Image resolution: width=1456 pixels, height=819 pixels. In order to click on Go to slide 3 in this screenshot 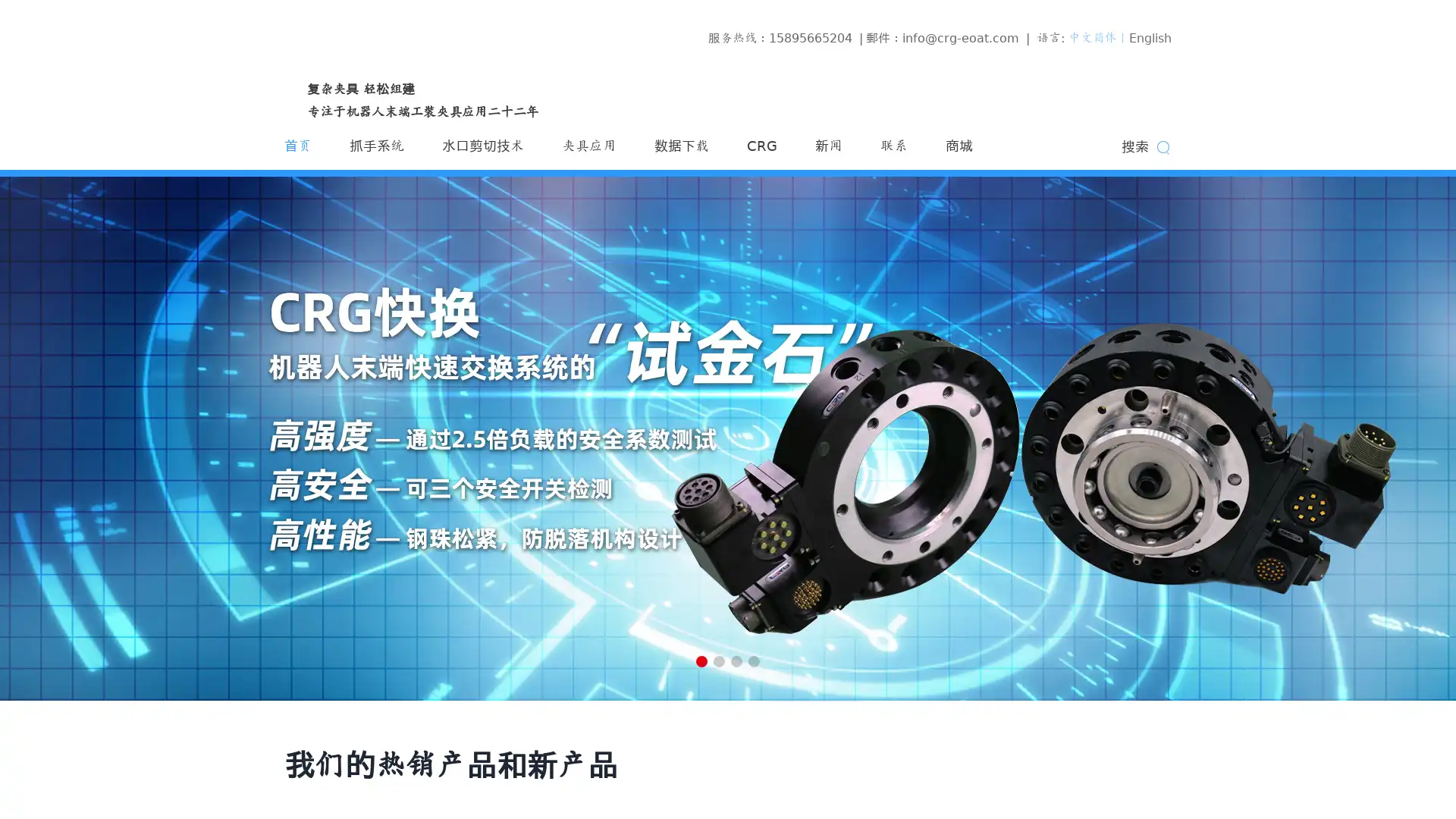, I will do `click(736, 661)`.